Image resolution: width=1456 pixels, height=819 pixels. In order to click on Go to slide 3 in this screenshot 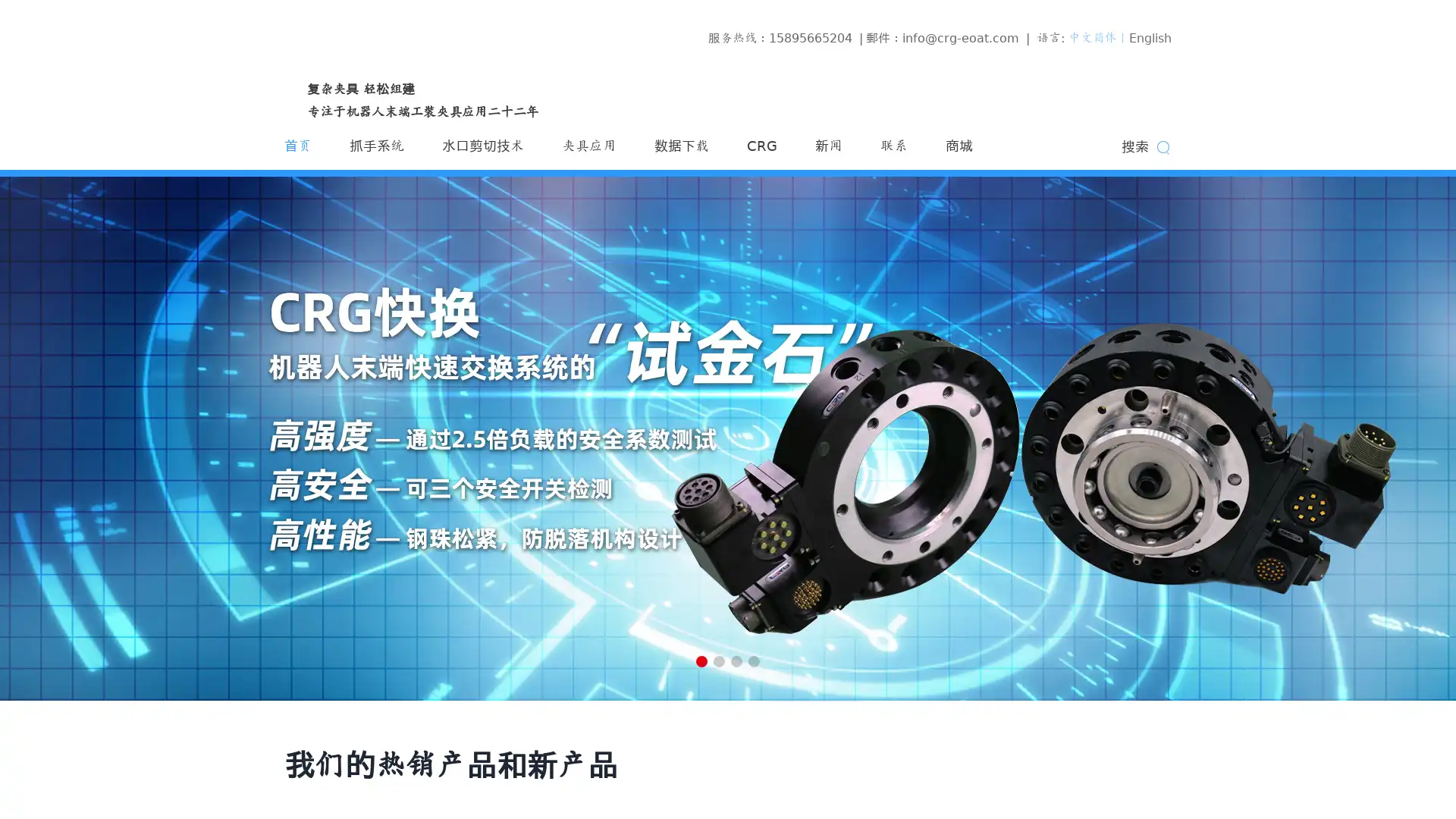, I will do `click(736, 661)`.